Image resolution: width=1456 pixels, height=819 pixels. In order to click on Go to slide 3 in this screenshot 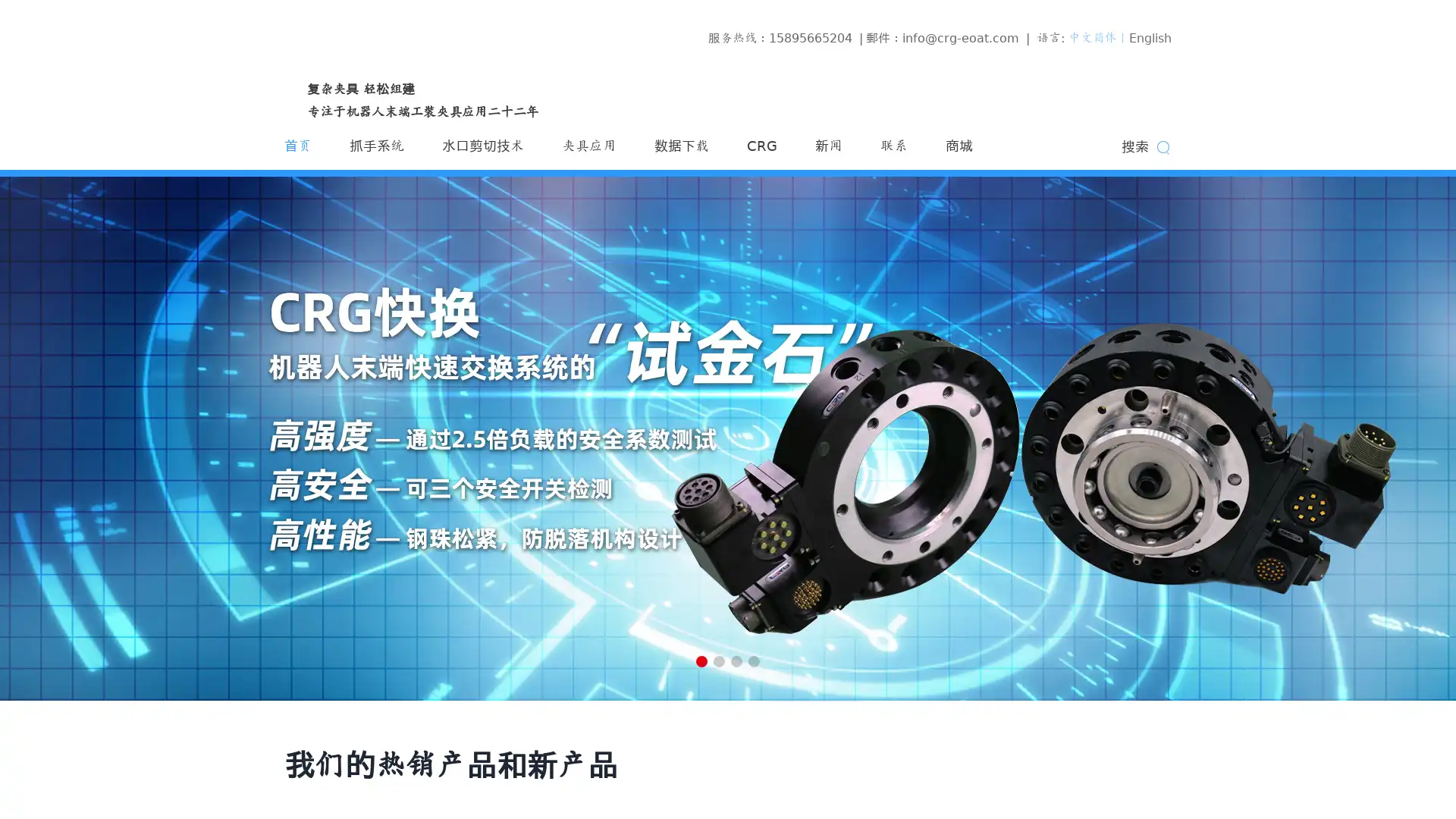, I will do `click(736, 661)`.